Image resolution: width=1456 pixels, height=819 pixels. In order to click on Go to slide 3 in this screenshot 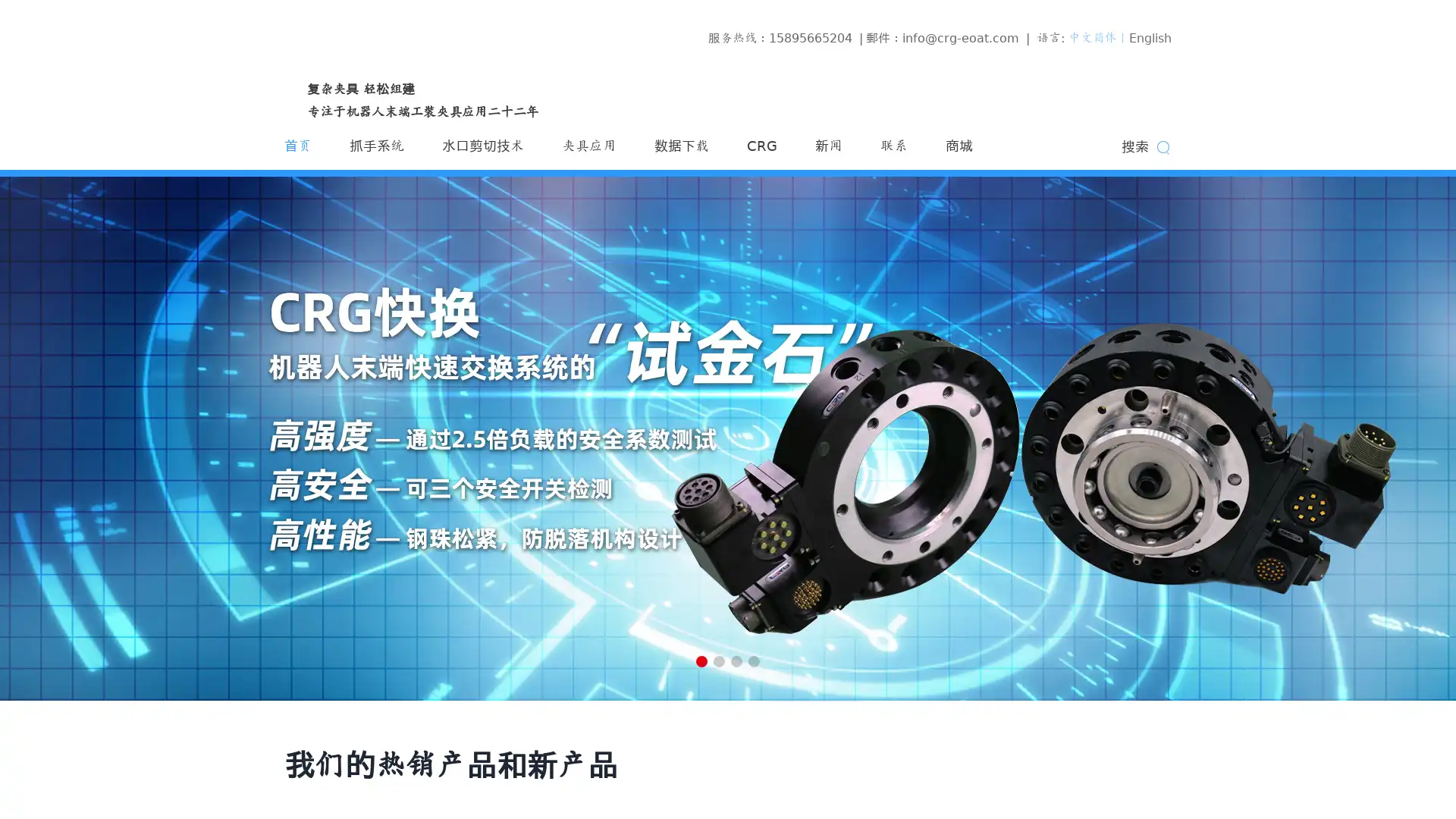, I will do `click(736, 661)`.